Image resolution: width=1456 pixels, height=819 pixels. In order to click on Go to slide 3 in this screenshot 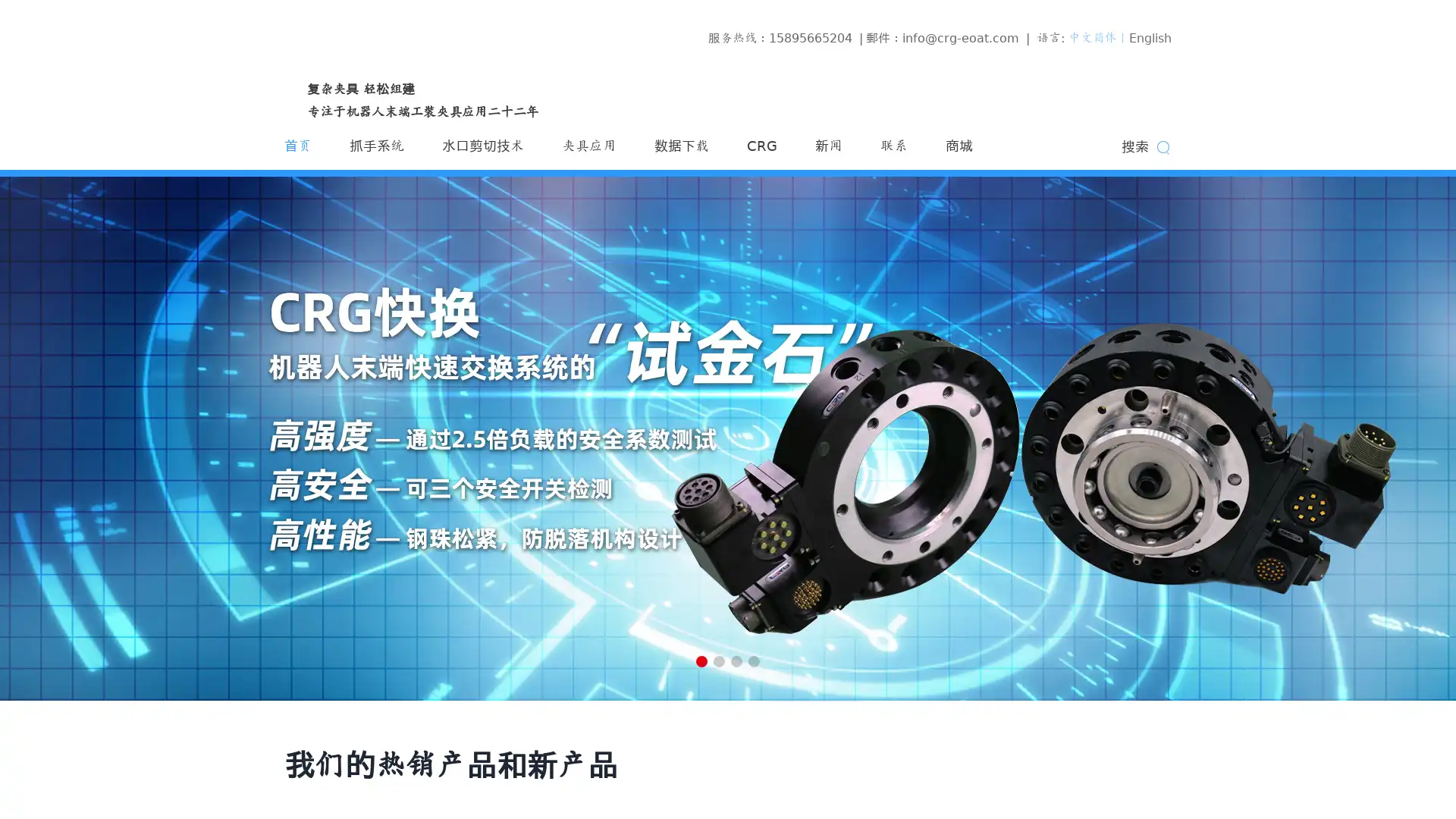, I will do `click(736, 661)`.